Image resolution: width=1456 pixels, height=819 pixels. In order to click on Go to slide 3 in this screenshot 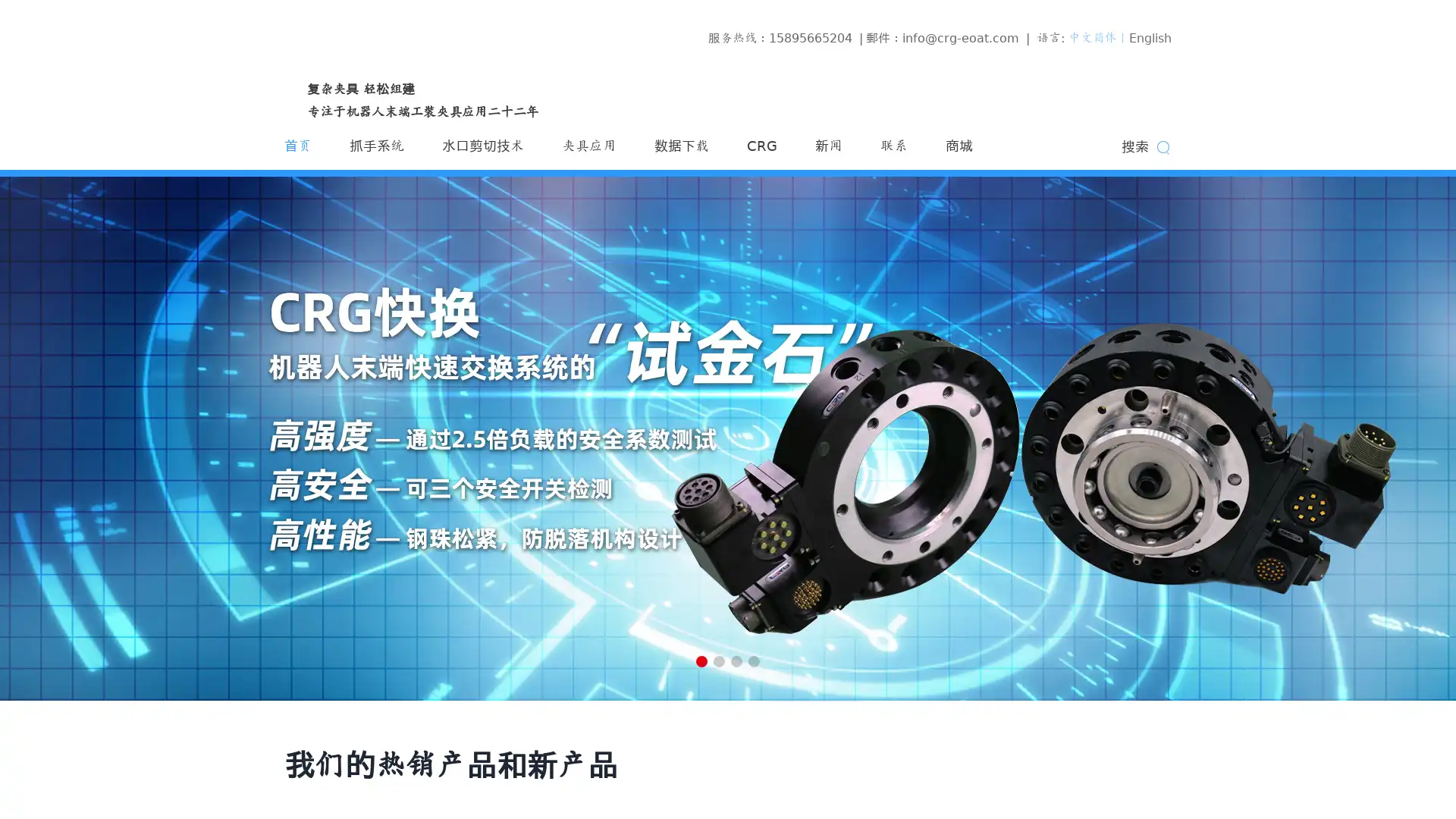, I will do `click(736, 661)`.